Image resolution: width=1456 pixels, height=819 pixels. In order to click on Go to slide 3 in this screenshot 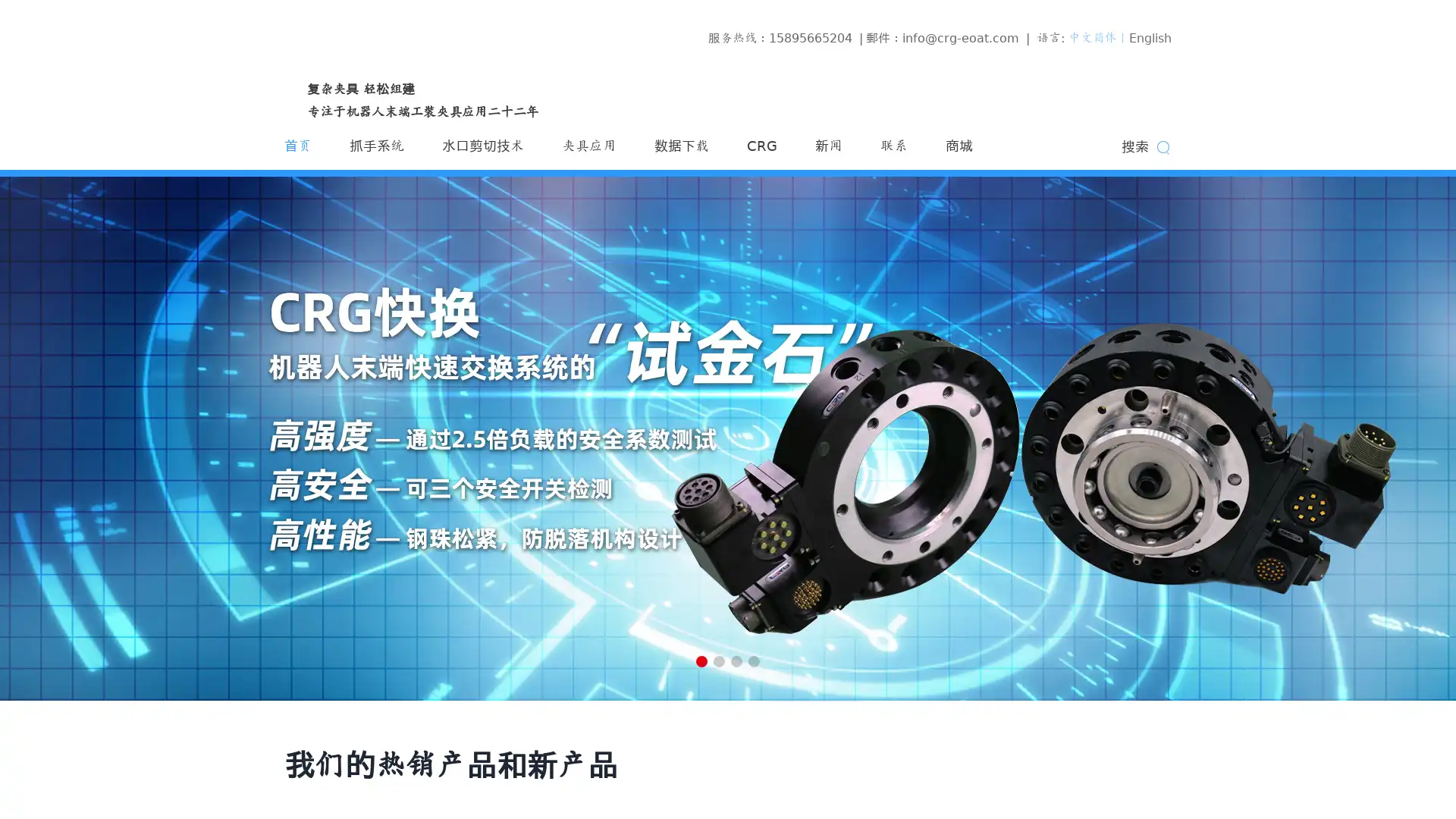, I will do `click(736, 661)`.